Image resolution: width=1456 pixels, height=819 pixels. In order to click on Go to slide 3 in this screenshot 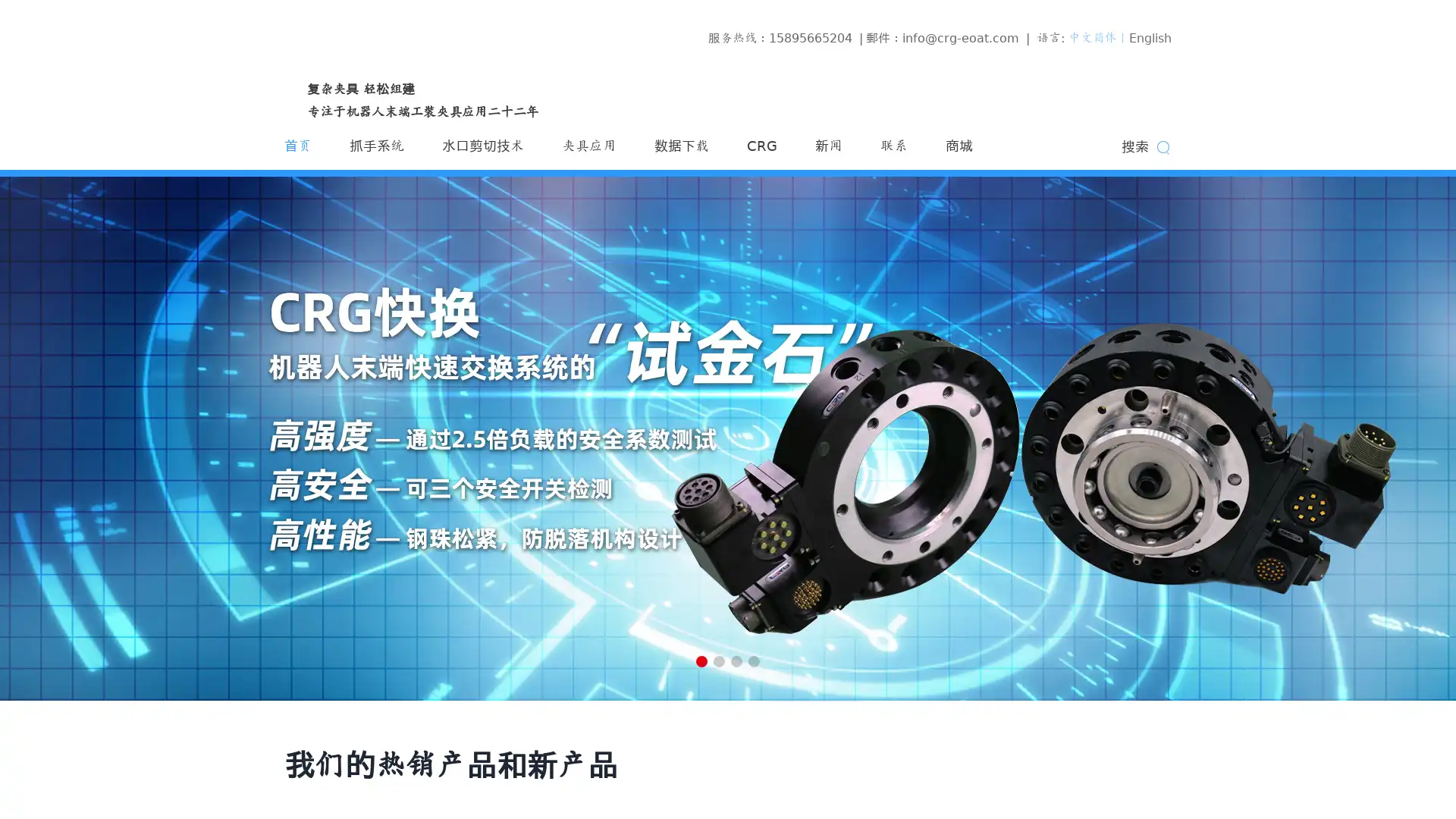, I will do `click(736, 661)`.